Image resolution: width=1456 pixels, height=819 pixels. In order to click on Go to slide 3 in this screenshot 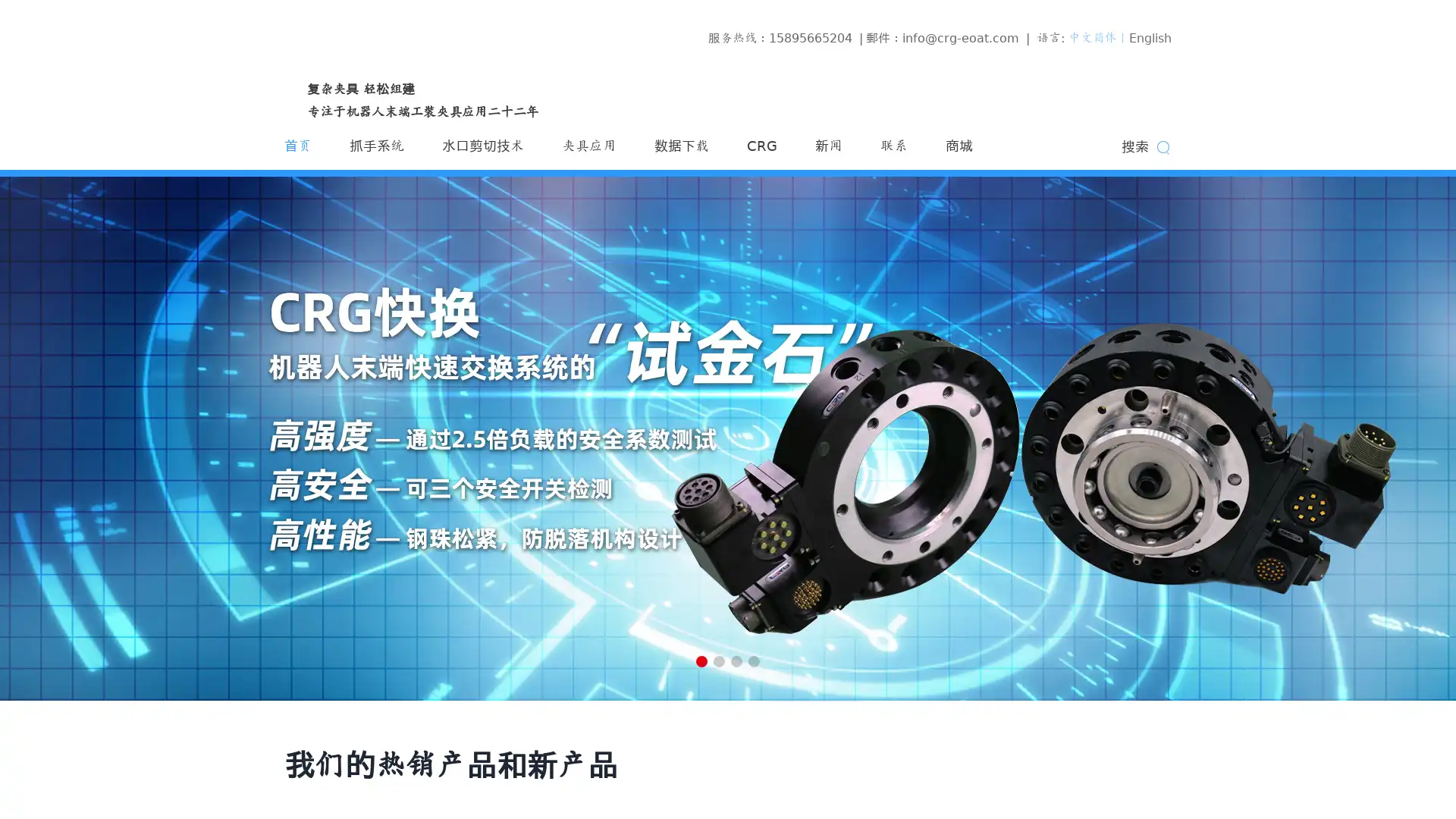, I will do `click(736, 661)`.